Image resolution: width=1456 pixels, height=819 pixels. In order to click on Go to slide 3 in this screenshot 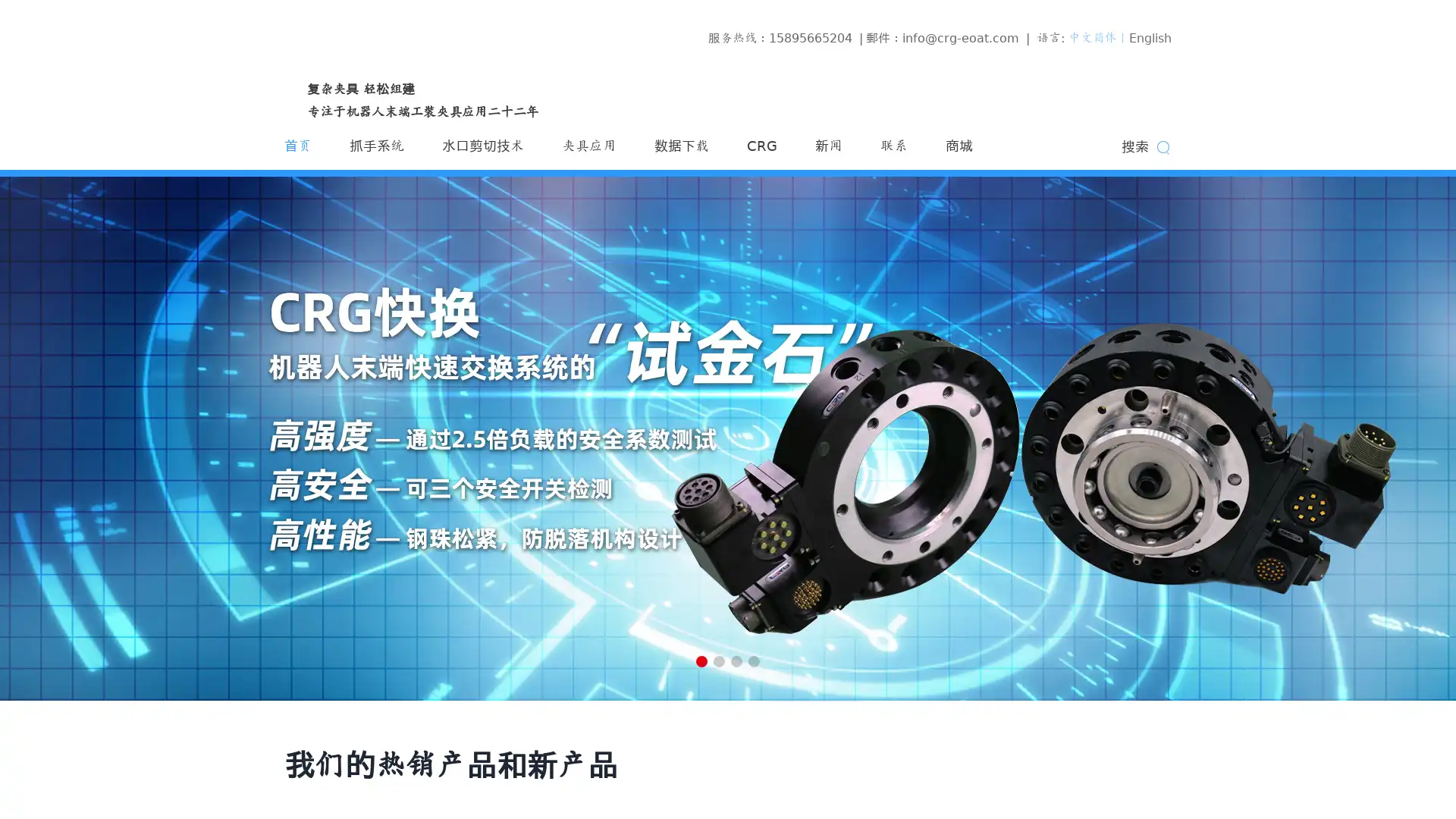, I will do `click(736, 661)`.